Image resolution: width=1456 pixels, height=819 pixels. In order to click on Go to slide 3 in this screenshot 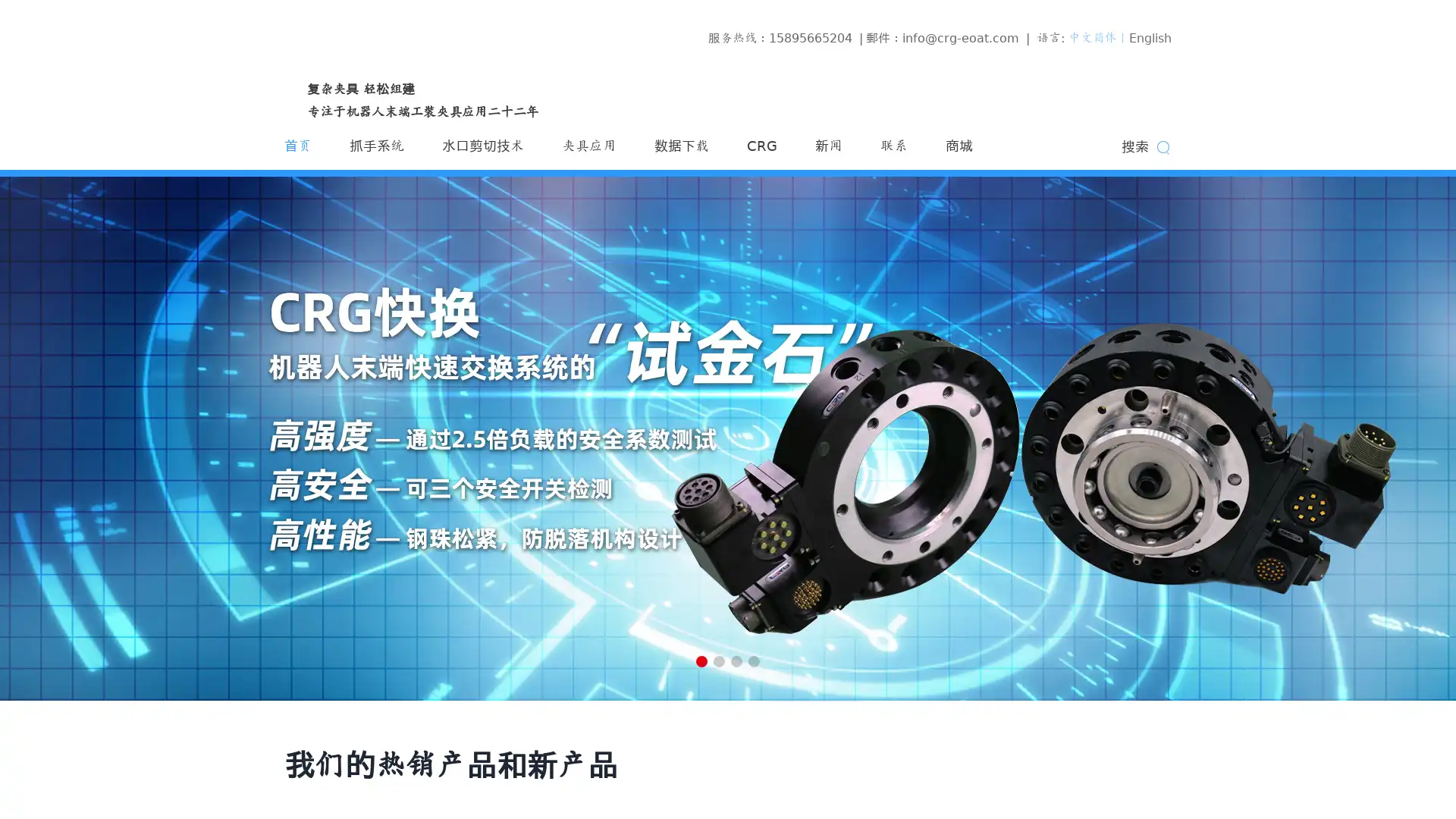, I will do `click(736, 661)`.